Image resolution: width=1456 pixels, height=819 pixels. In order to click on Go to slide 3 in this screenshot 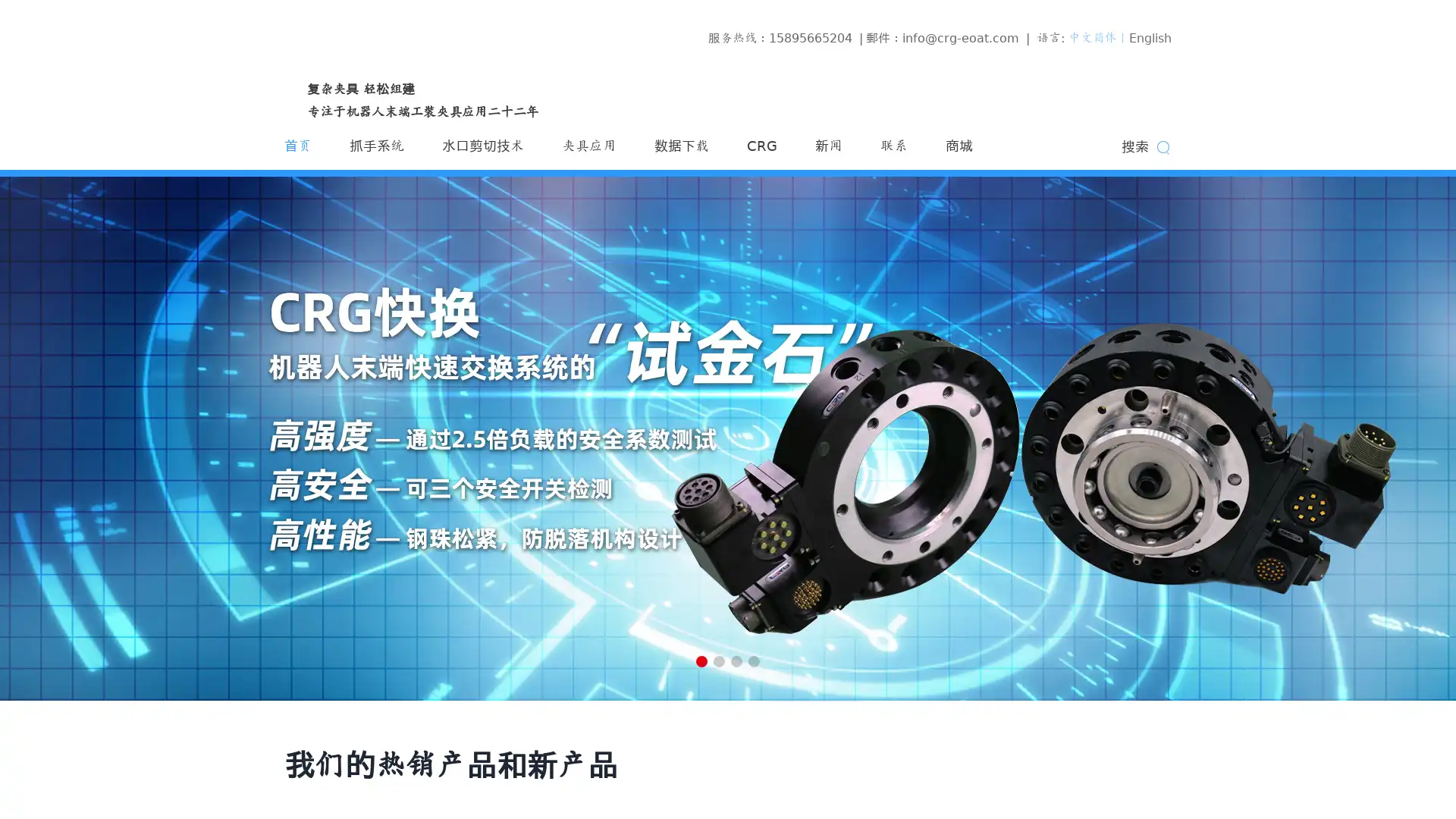, I will do `click(736, 661)`.